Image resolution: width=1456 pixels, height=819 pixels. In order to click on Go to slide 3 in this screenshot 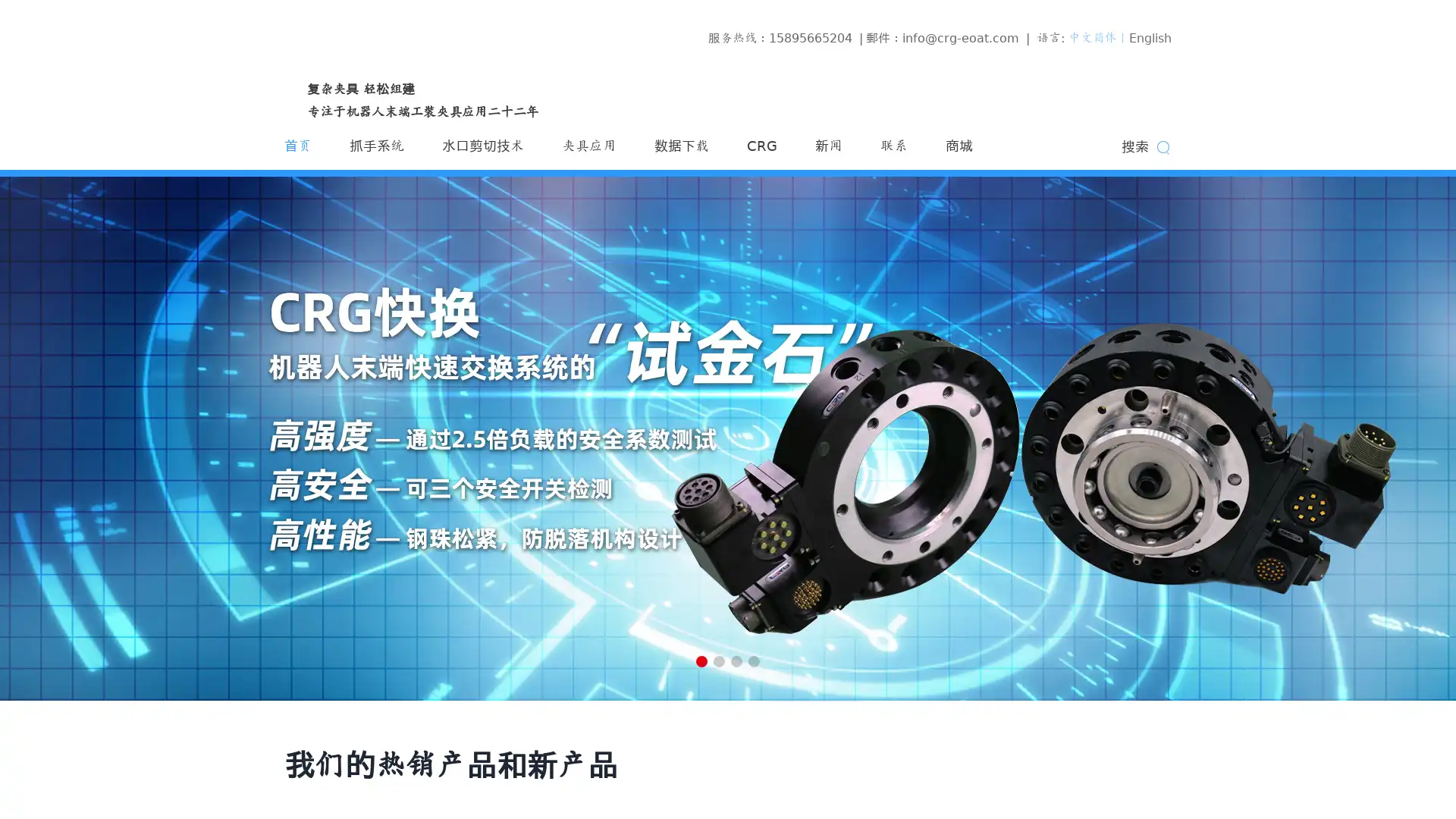, I will do `click(736, 661)`.